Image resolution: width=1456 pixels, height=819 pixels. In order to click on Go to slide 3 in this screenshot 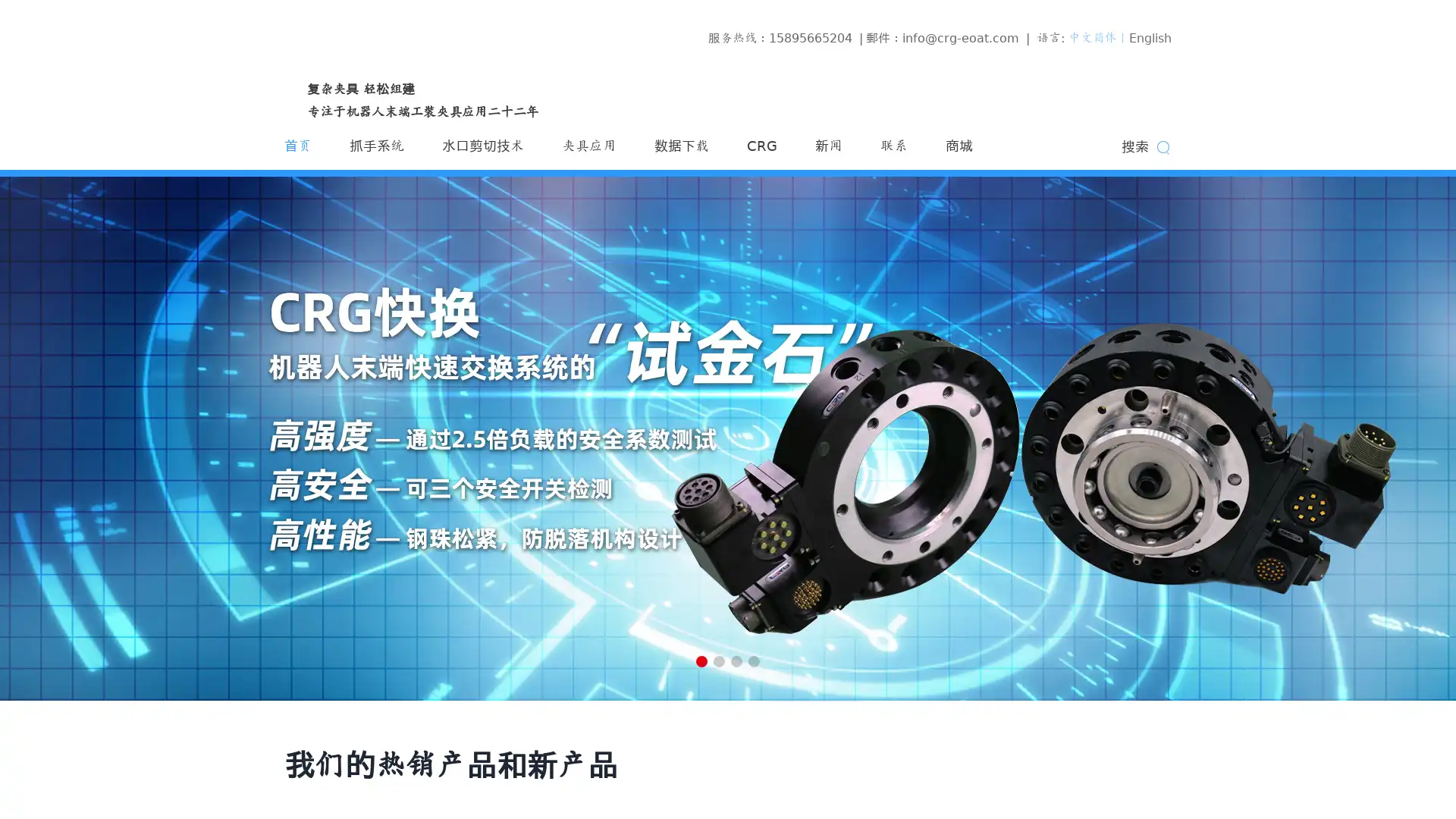, I will do `click(736, 661)`.